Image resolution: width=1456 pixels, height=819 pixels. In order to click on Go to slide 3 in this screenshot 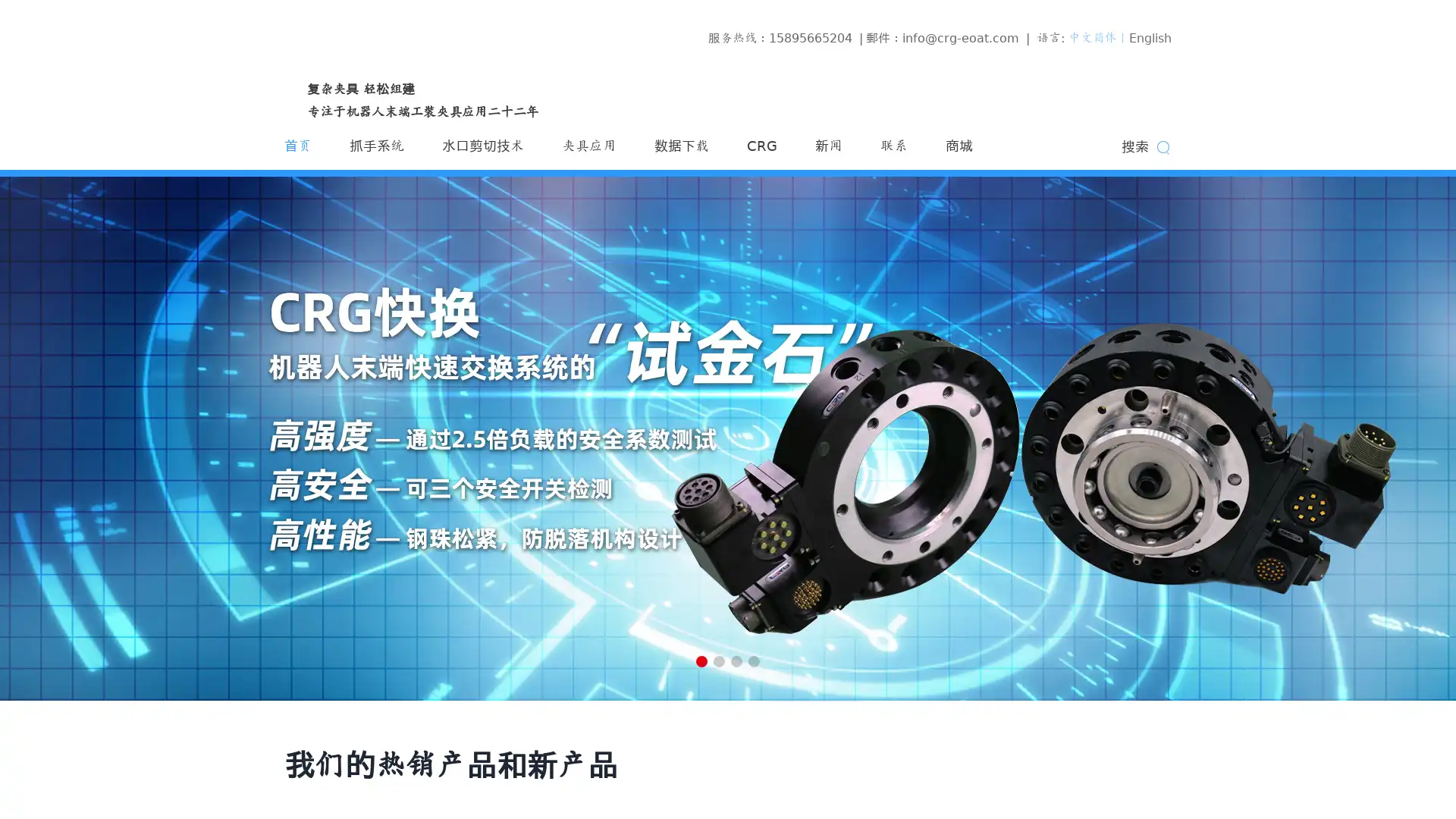, I will do `click(736, 661)`.